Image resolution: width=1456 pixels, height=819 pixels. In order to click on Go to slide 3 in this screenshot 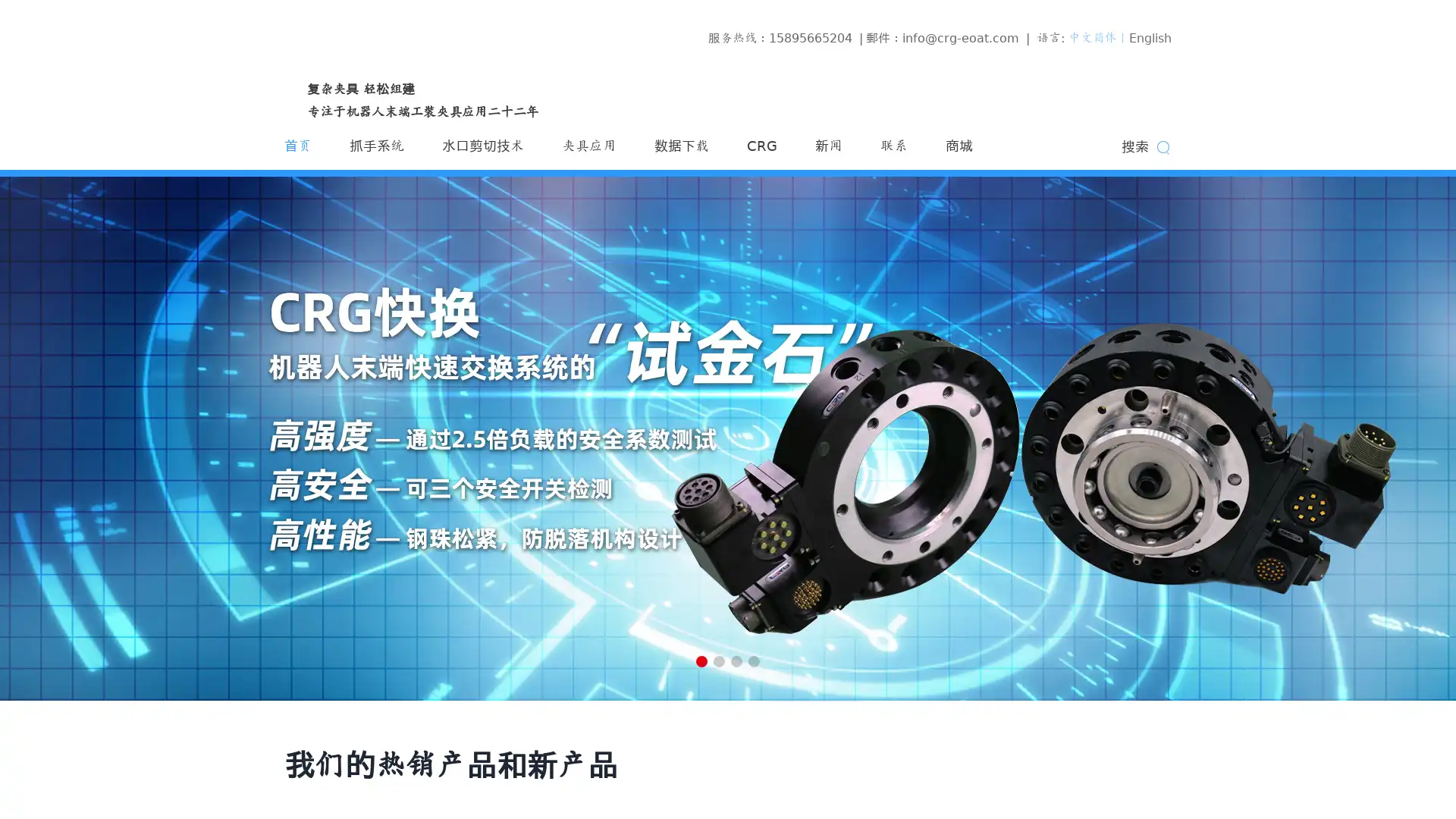, I will do `click(736, 661)`.